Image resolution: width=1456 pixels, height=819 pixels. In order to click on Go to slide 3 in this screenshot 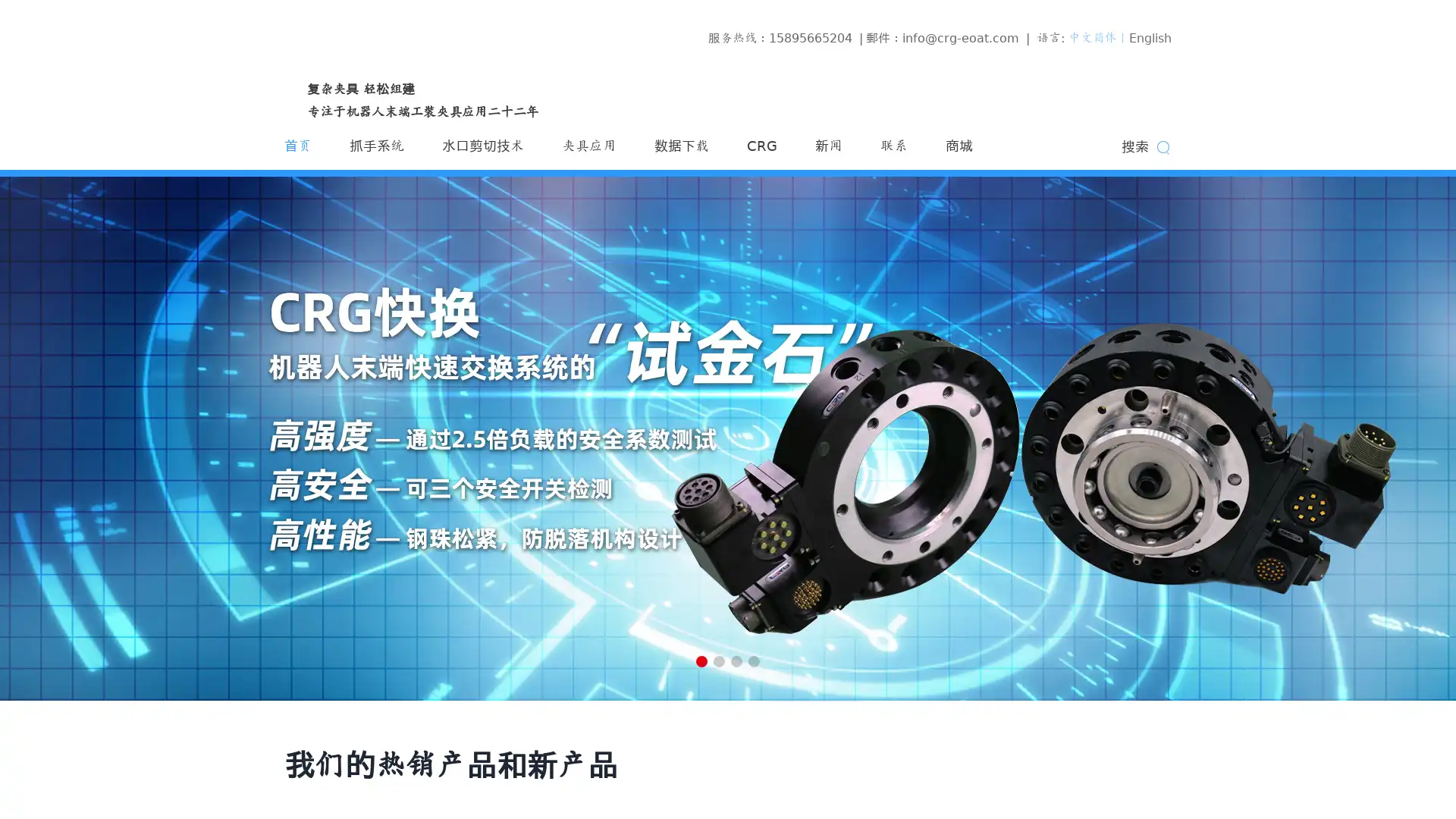, I will do `click(736, 661)`.